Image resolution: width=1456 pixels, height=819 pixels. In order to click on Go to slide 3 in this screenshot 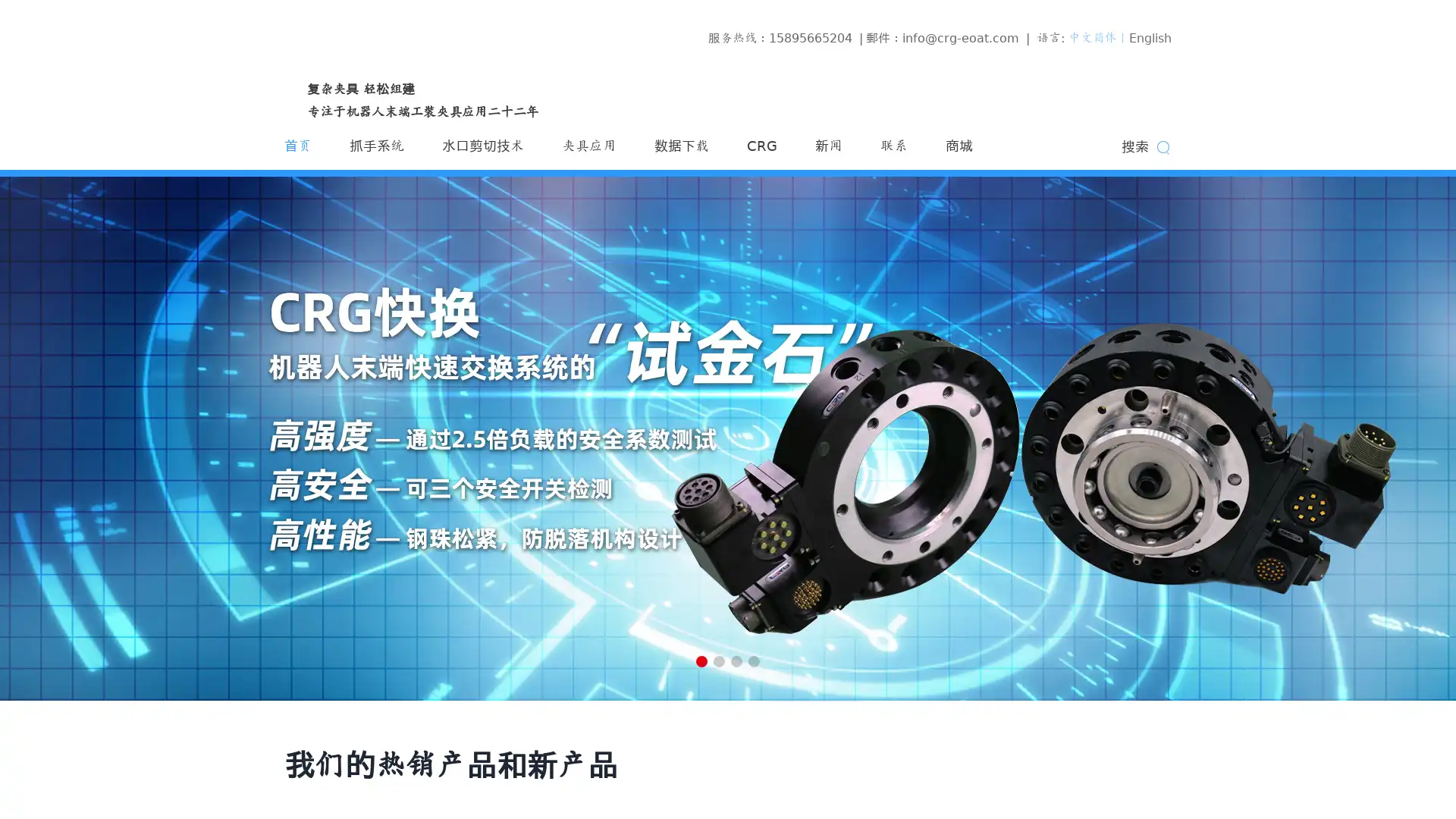, I will do `click(736, 661)`.